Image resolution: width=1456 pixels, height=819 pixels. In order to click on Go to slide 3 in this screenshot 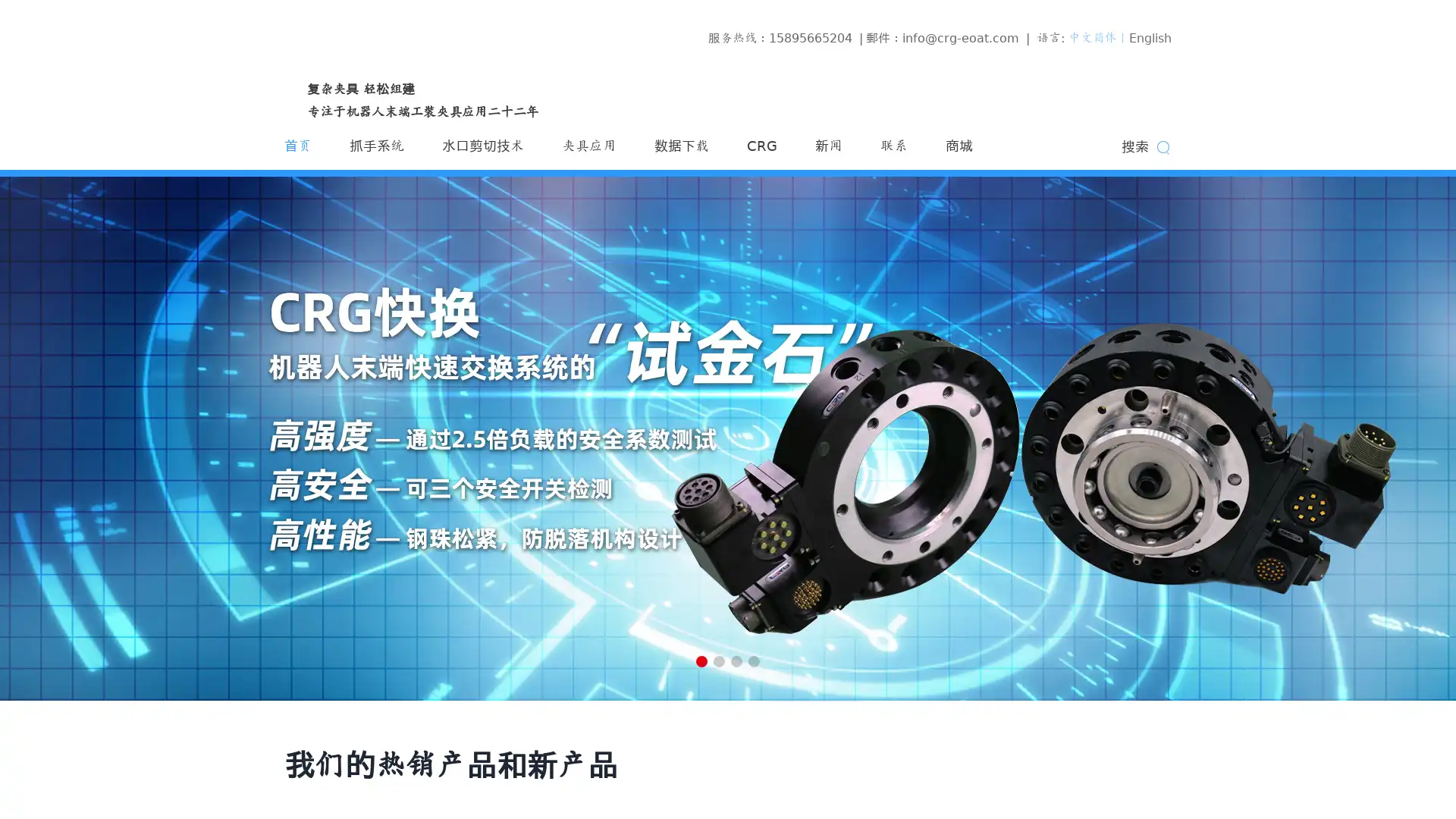, I will do `click(736, 661)`.